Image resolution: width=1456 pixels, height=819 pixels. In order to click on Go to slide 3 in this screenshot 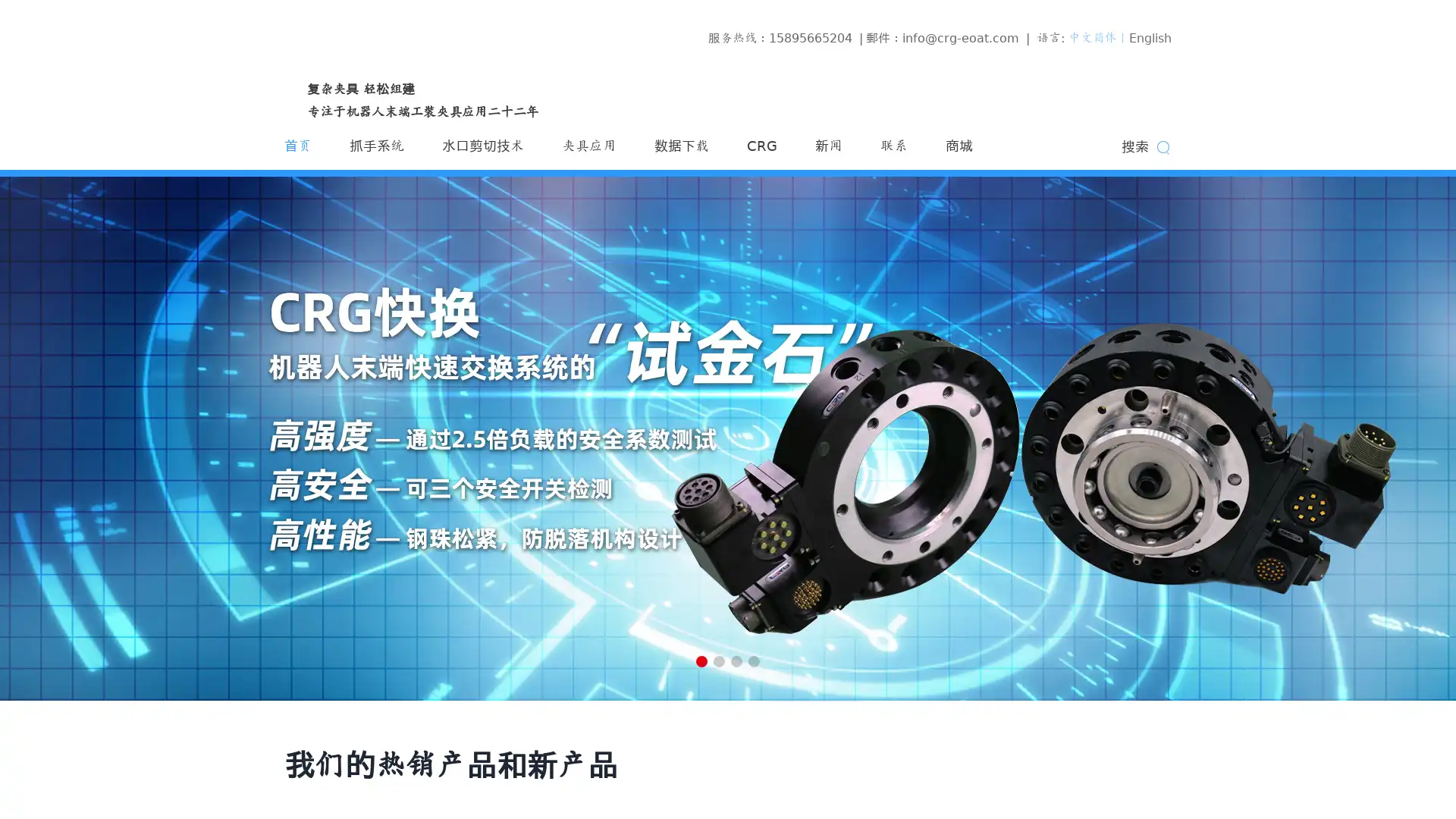, I will do `click(736, 661)`.